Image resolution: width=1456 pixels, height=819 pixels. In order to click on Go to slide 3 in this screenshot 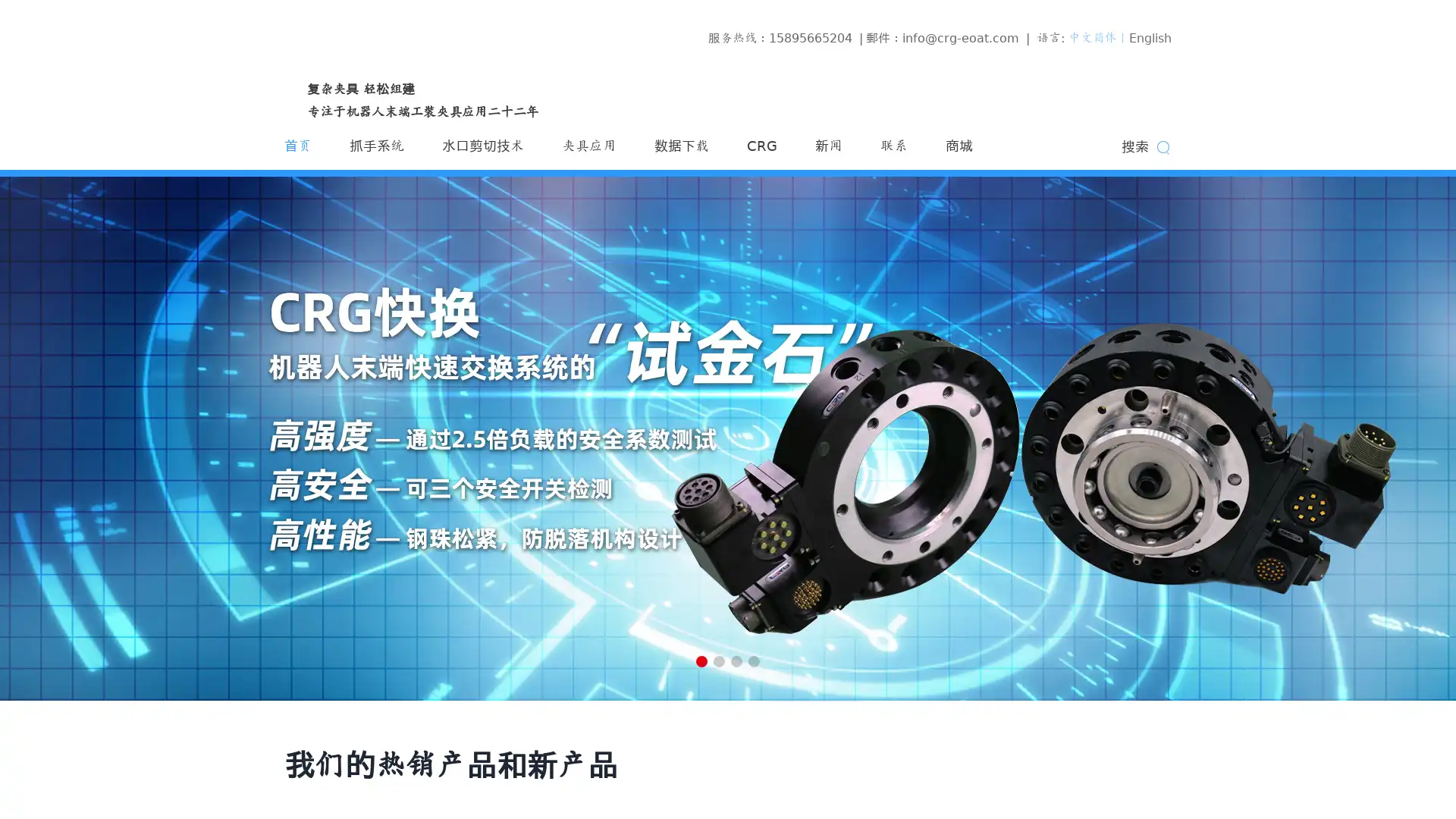, I will do `click(736, 661)`.